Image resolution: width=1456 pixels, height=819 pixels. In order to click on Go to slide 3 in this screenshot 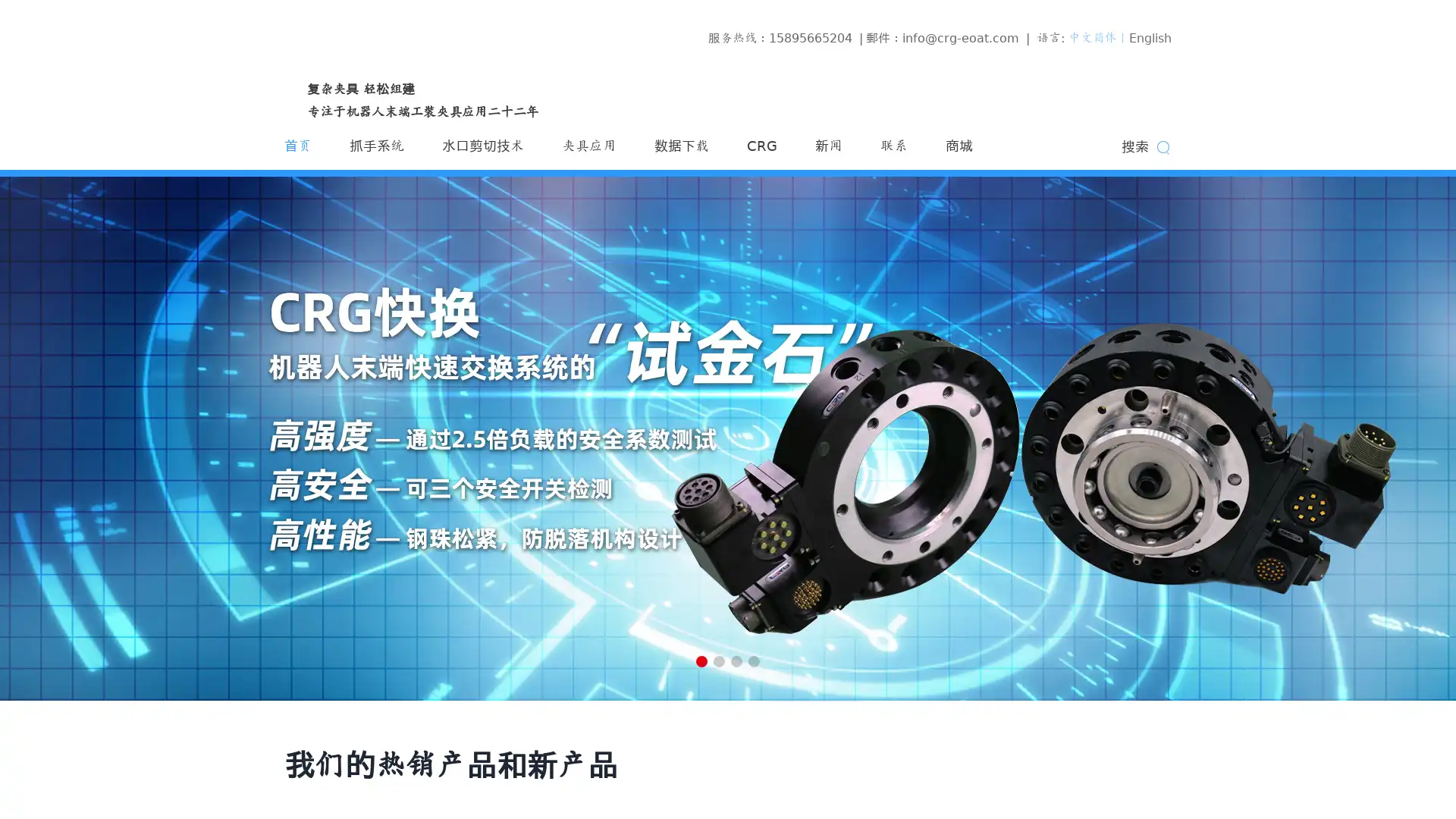, I will do `click(736, 661)`.